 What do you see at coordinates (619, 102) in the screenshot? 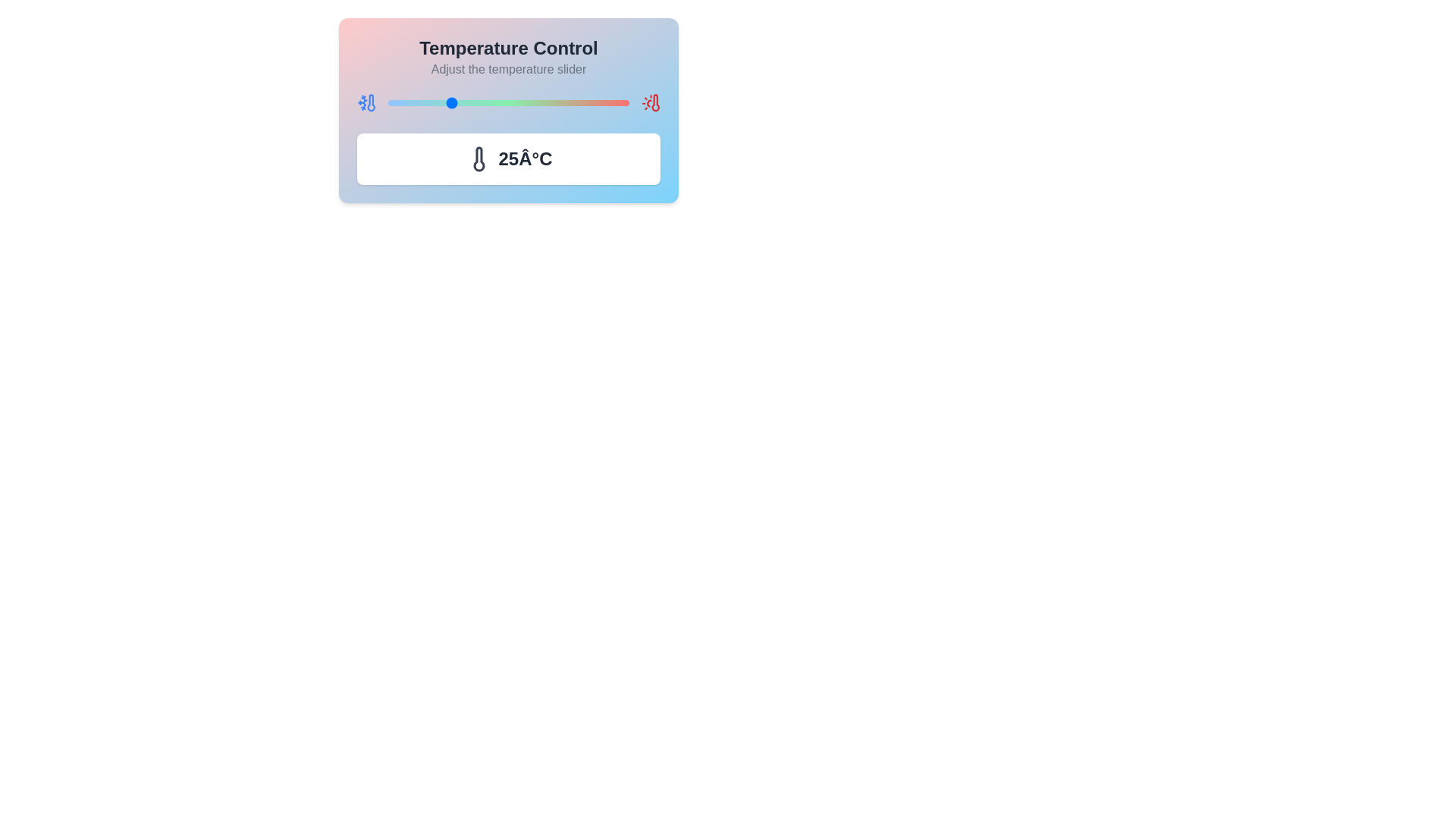
I see `the temperature to 96°C by adjusting the slider` at bounding box center [619, 102].